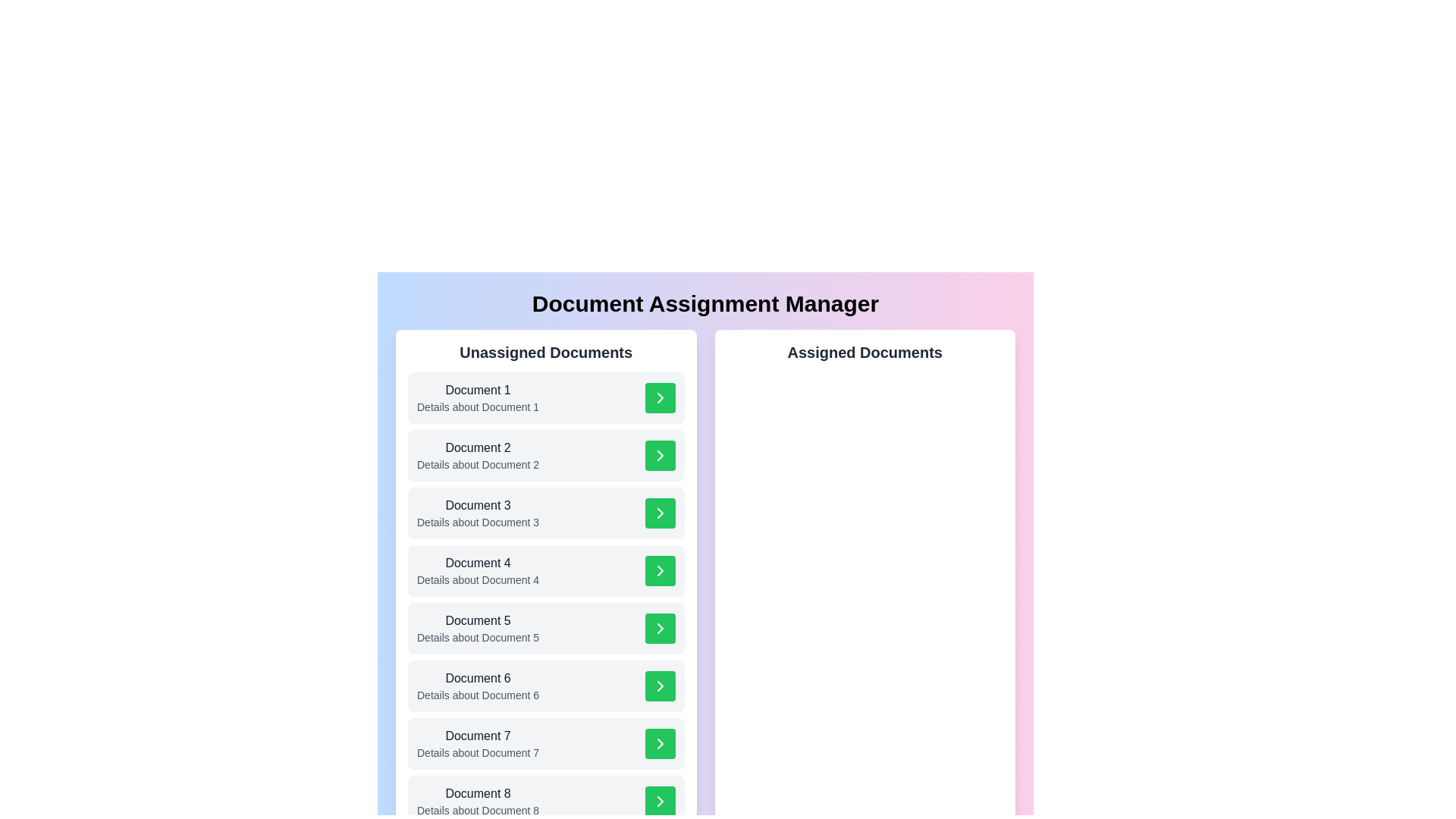  What do you see at coordinates (477, 406) in the screenshot?
I see `the text element displaying 'Details about Document 1', which is located directly beneath the bolded text 'Document 1' in the top-left section of the 'Unassigned Documents' interface` at bounding box center [477, 406].